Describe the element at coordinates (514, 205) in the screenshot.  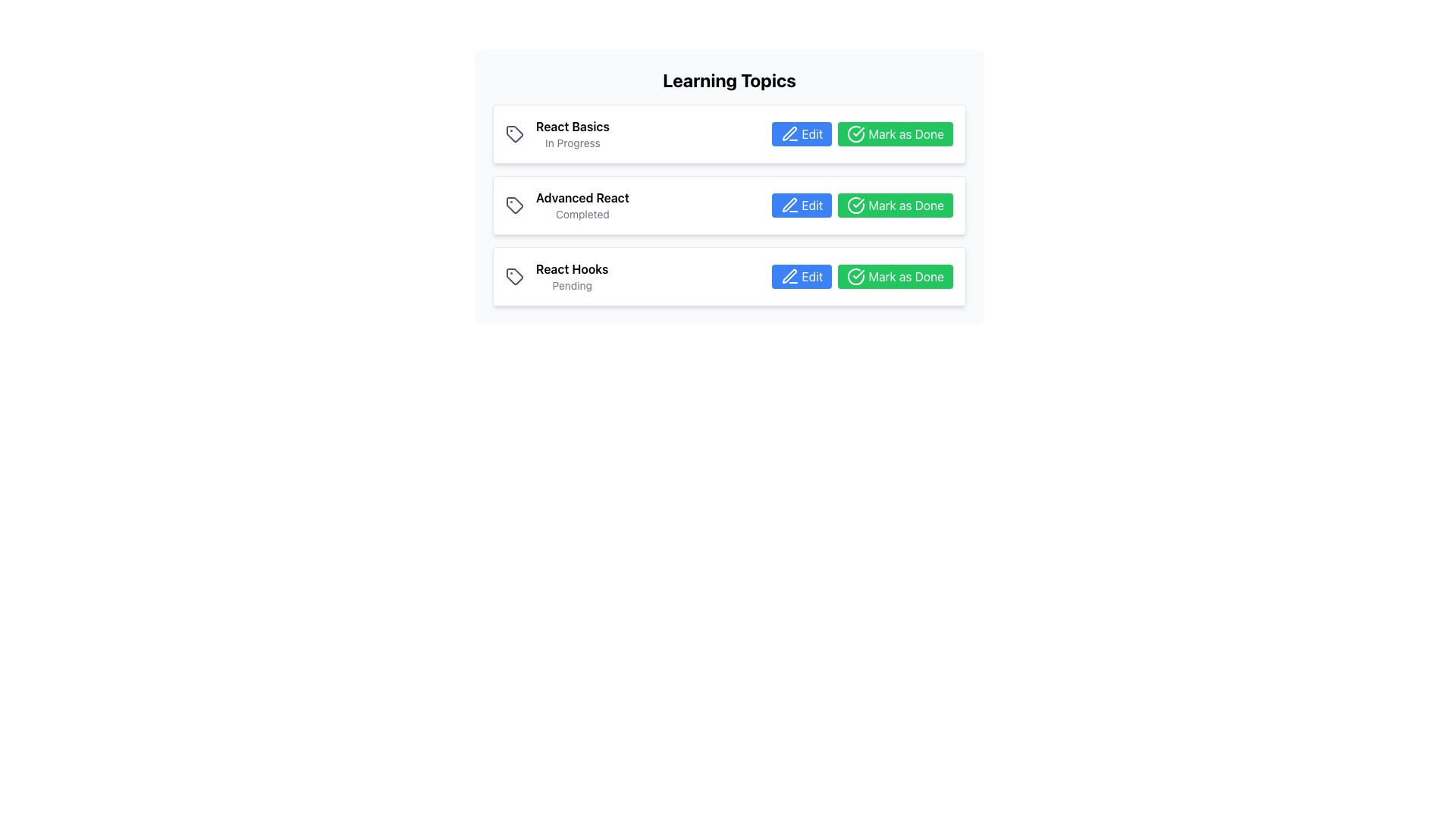
I see `the icon that visually distinguishes the row labeled 'Advanced React' and 'Completed', located on the left side adjacent to the text` at that location.